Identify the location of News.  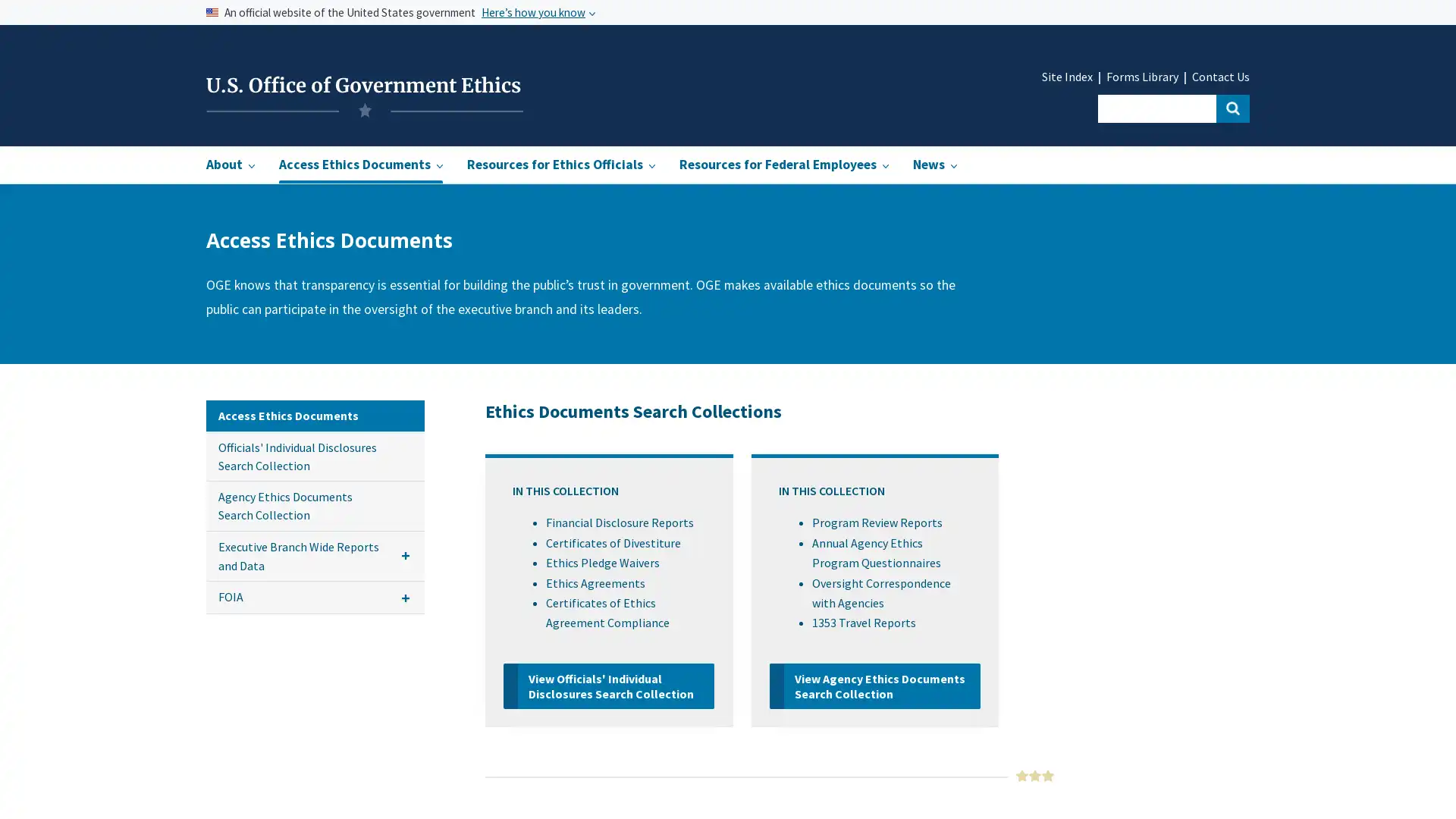
(934, 164).